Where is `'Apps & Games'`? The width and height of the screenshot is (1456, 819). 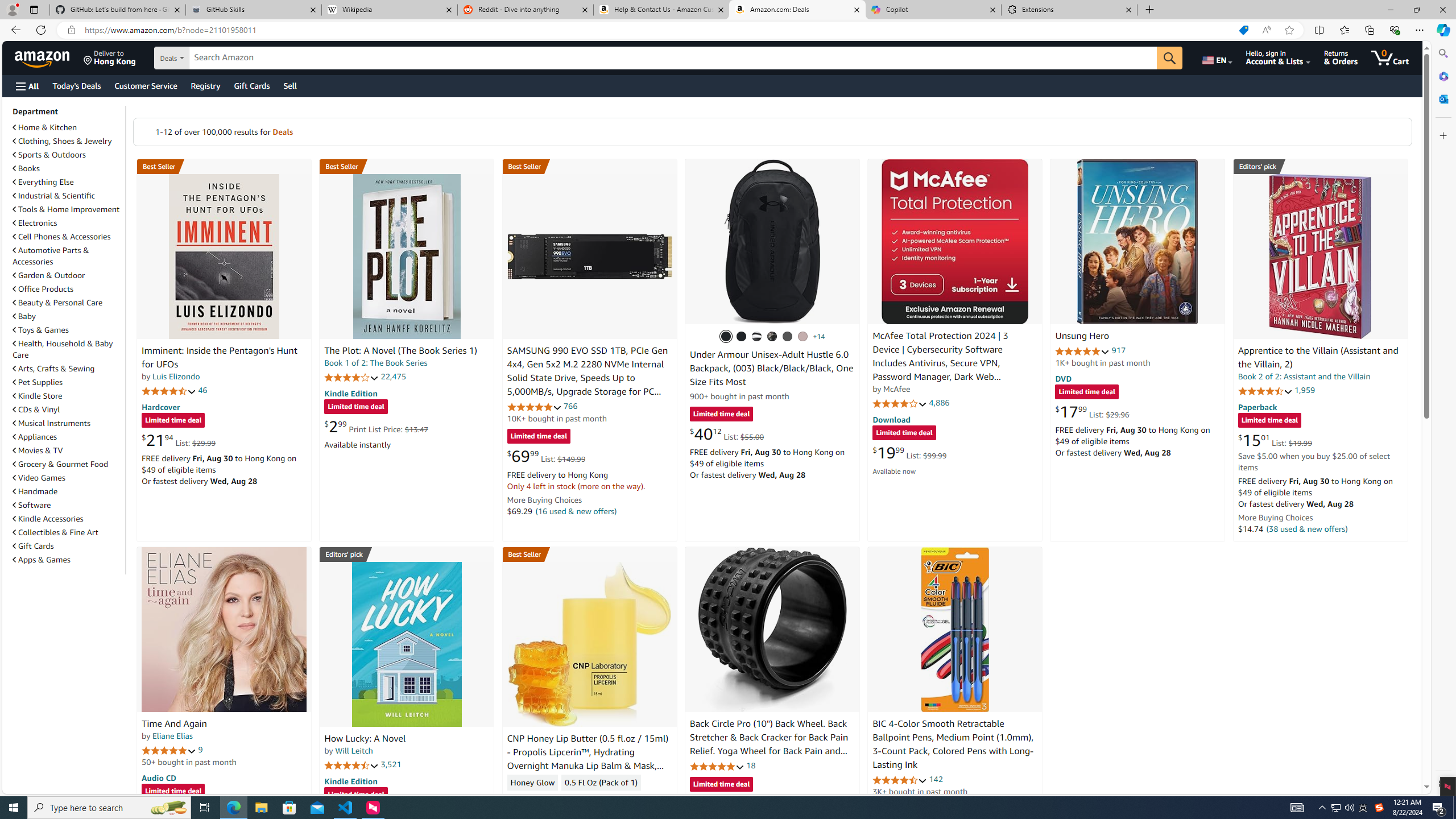
'Apps & Games' is located at coordinates (41, 560).